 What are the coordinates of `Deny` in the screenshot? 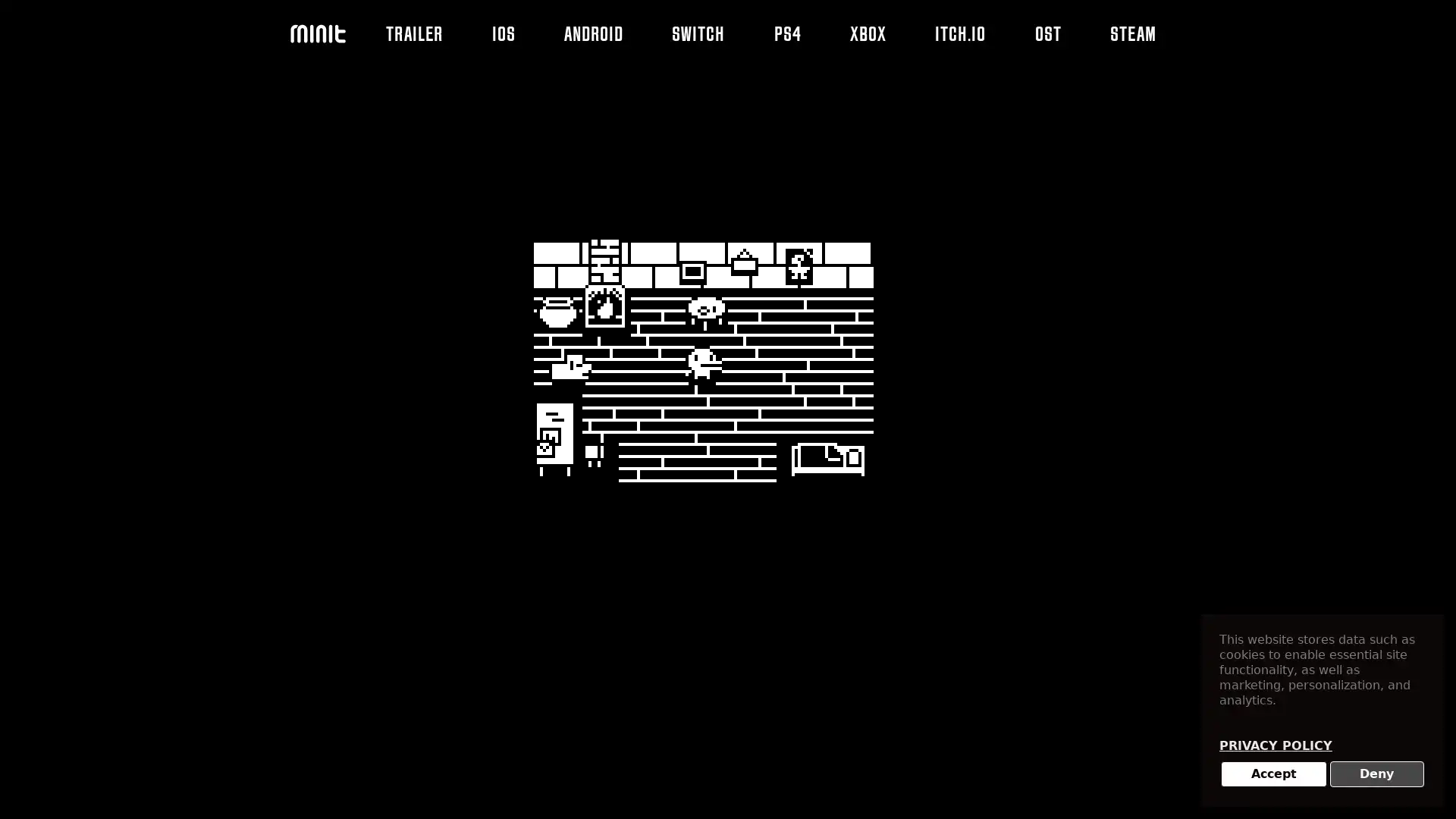 It's located at (1376, 774).